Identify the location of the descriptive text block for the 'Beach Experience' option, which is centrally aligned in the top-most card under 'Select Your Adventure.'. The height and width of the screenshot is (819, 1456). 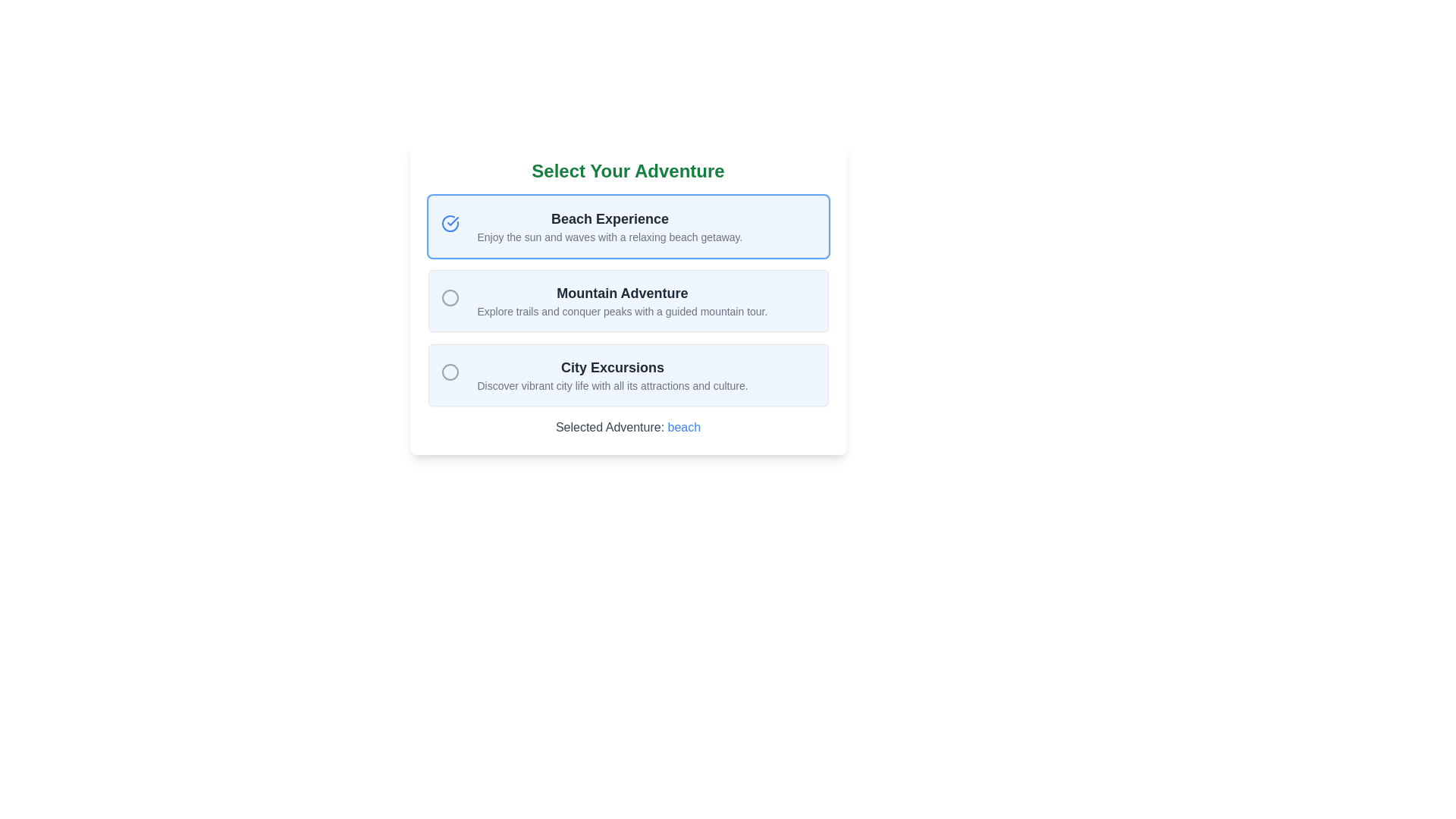
(610, 227).